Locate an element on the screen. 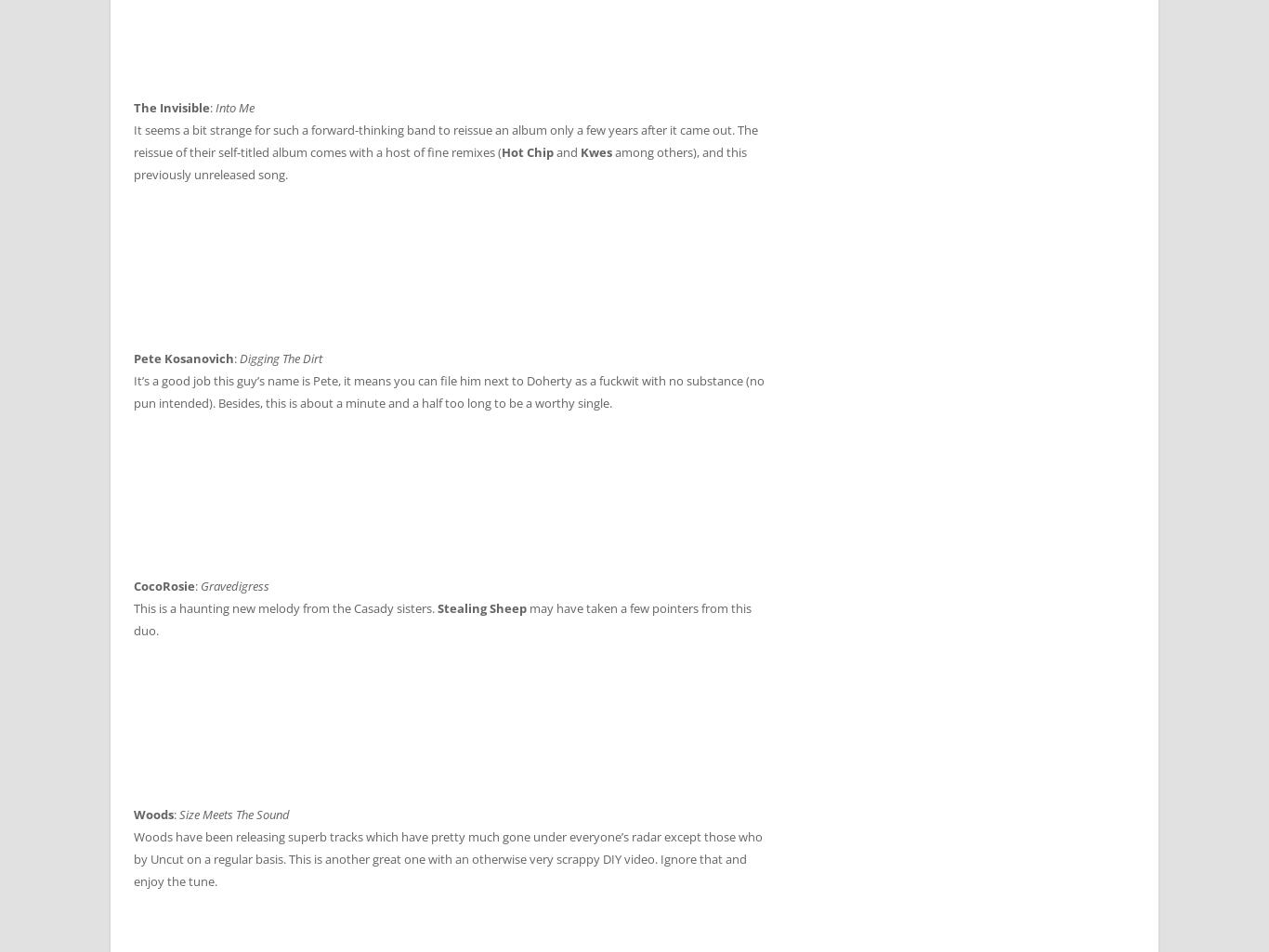  'may have taken a few pointers from this duo.' is located at coordinates (442, 619).